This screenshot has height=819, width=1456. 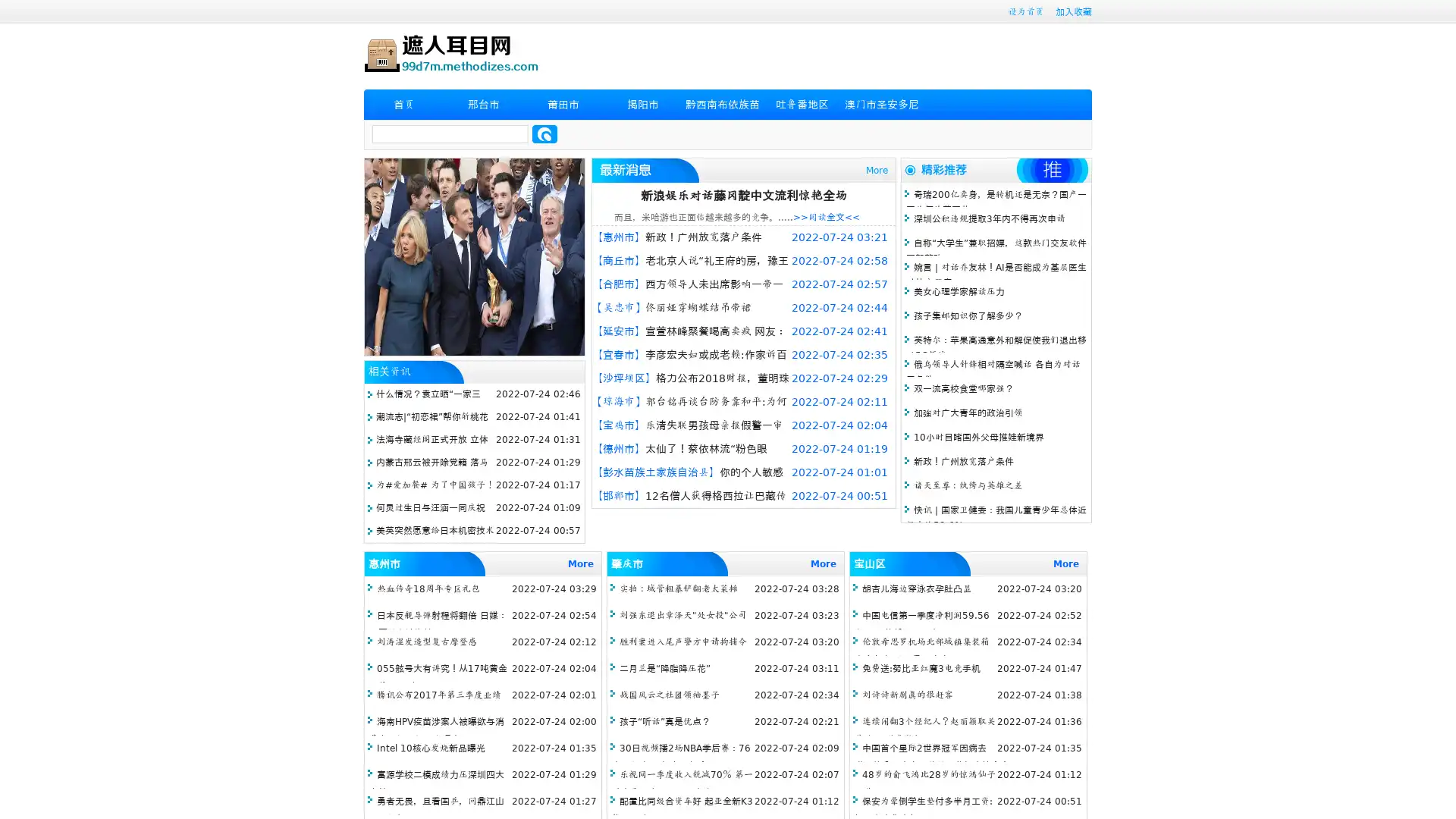 What do you see at coordinates (544, 133) in the screenshot?
I see `Search` at bounding box center [544, 133].